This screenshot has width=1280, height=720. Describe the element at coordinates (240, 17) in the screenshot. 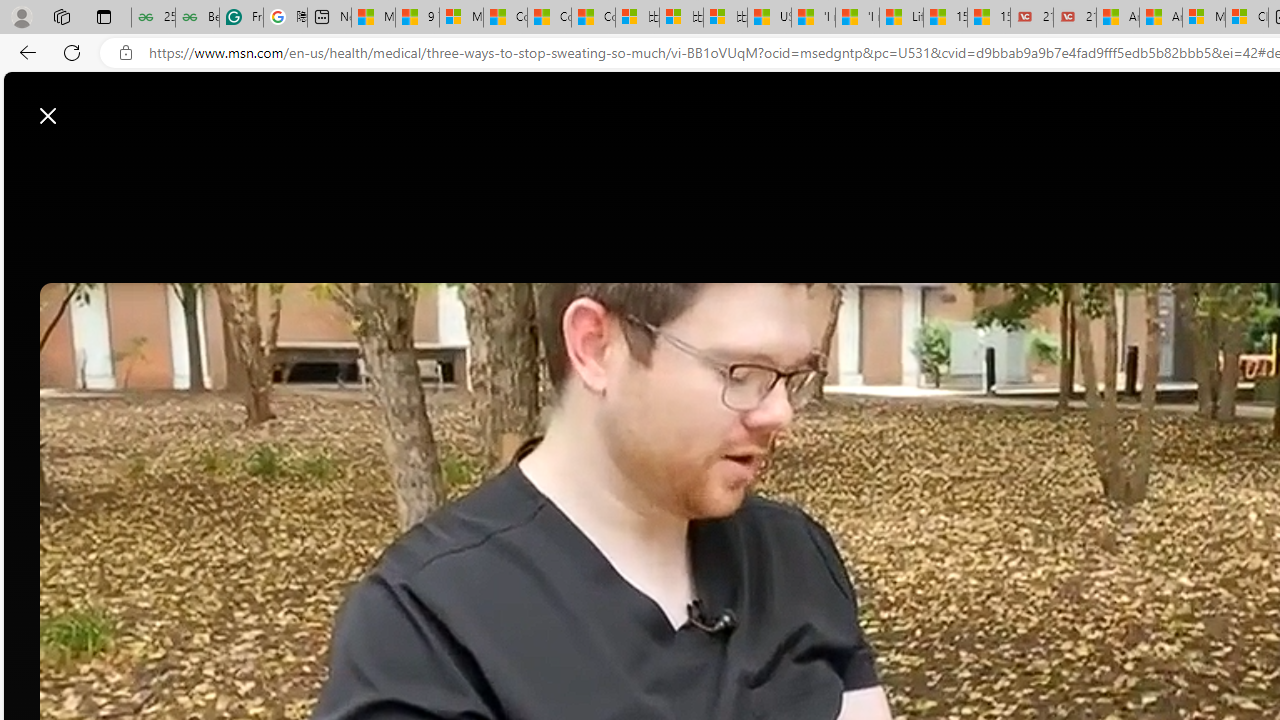

I see `'Free AI Writing Assistance for Students | Grammarly'` at that location.